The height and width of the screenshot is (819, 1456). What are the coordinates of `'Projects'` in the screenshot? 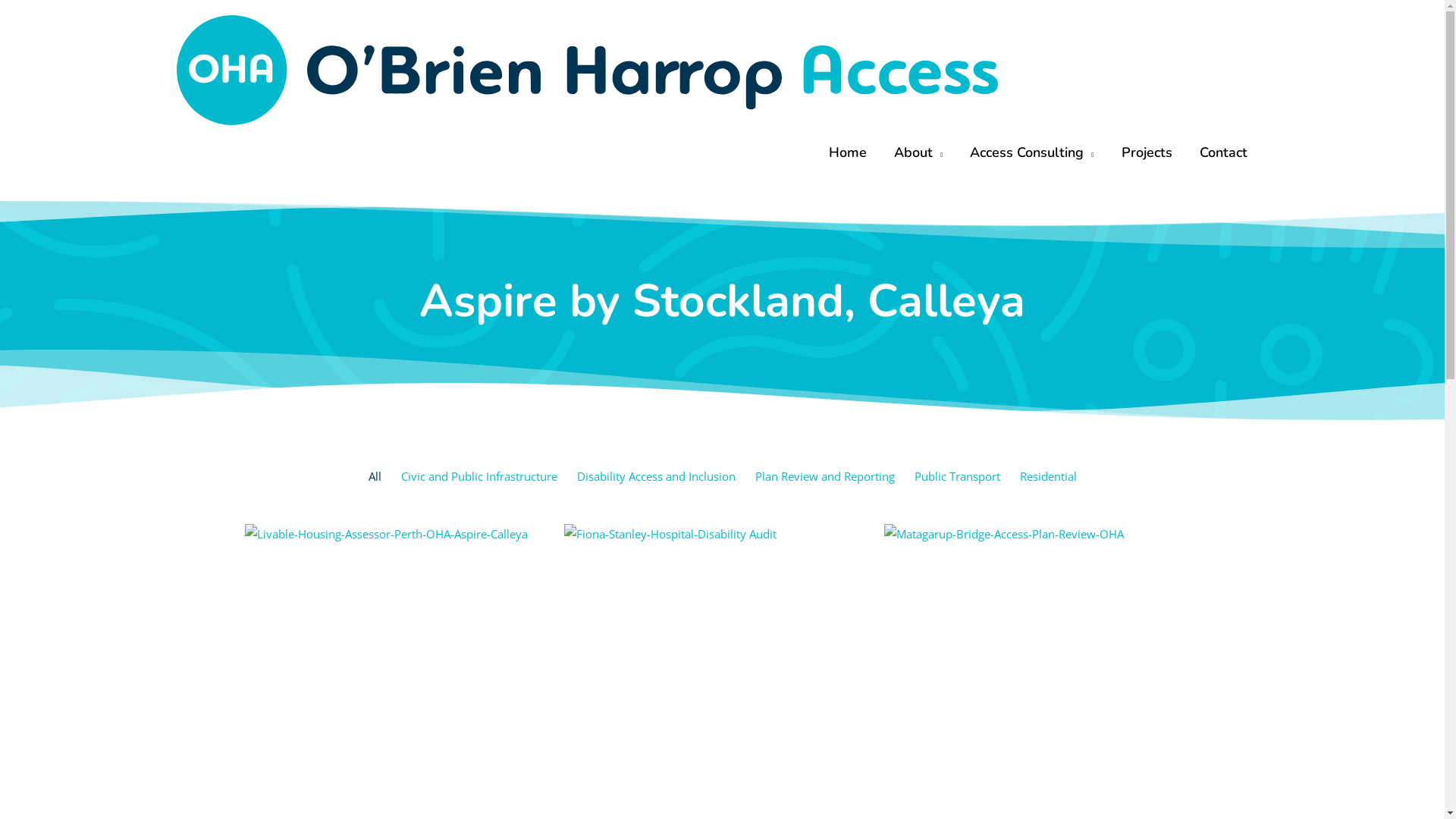 It's located at (1146, 152).